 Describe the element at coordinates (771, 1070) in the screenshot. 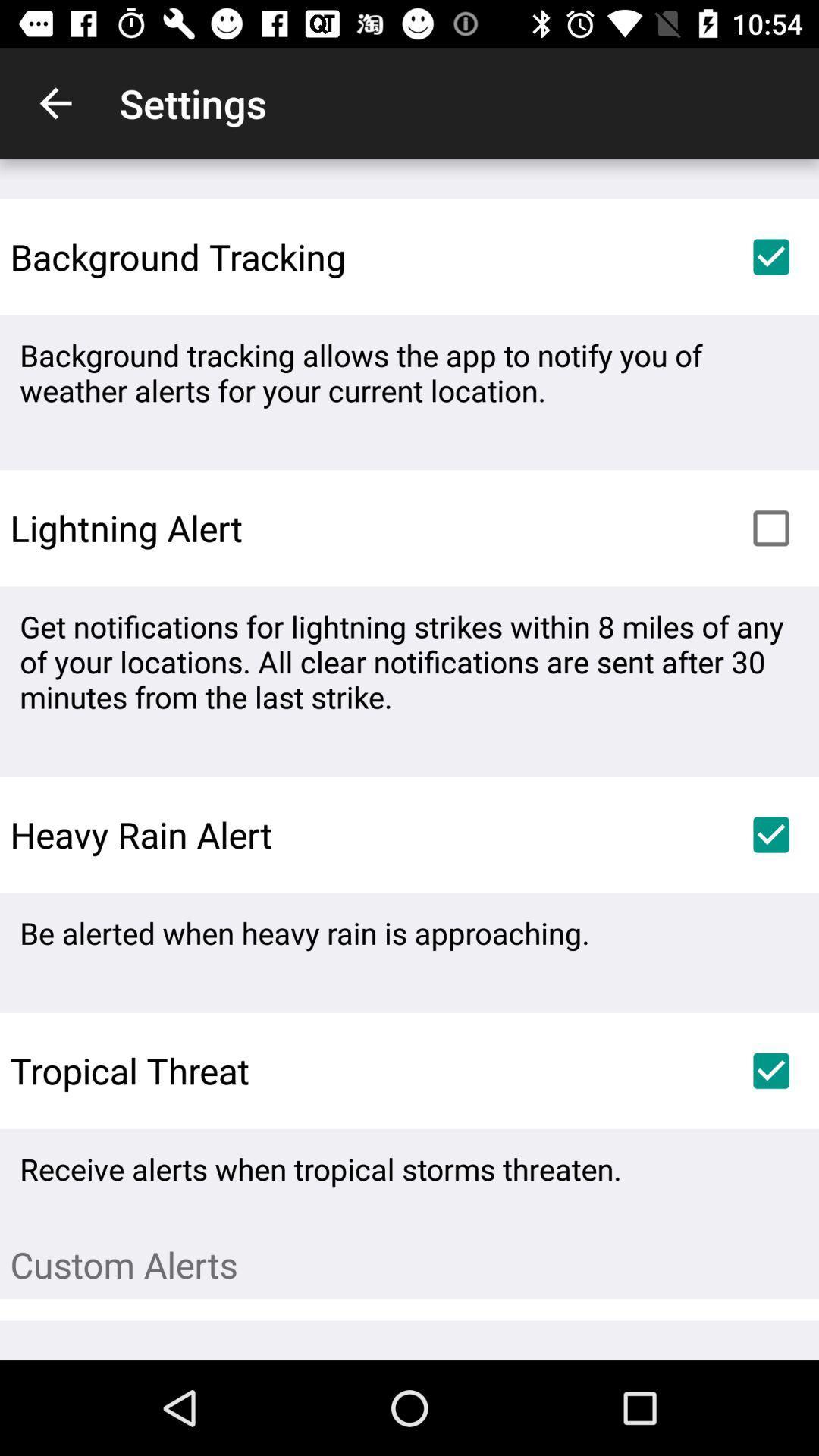

I see `tropical threat on` at that location.